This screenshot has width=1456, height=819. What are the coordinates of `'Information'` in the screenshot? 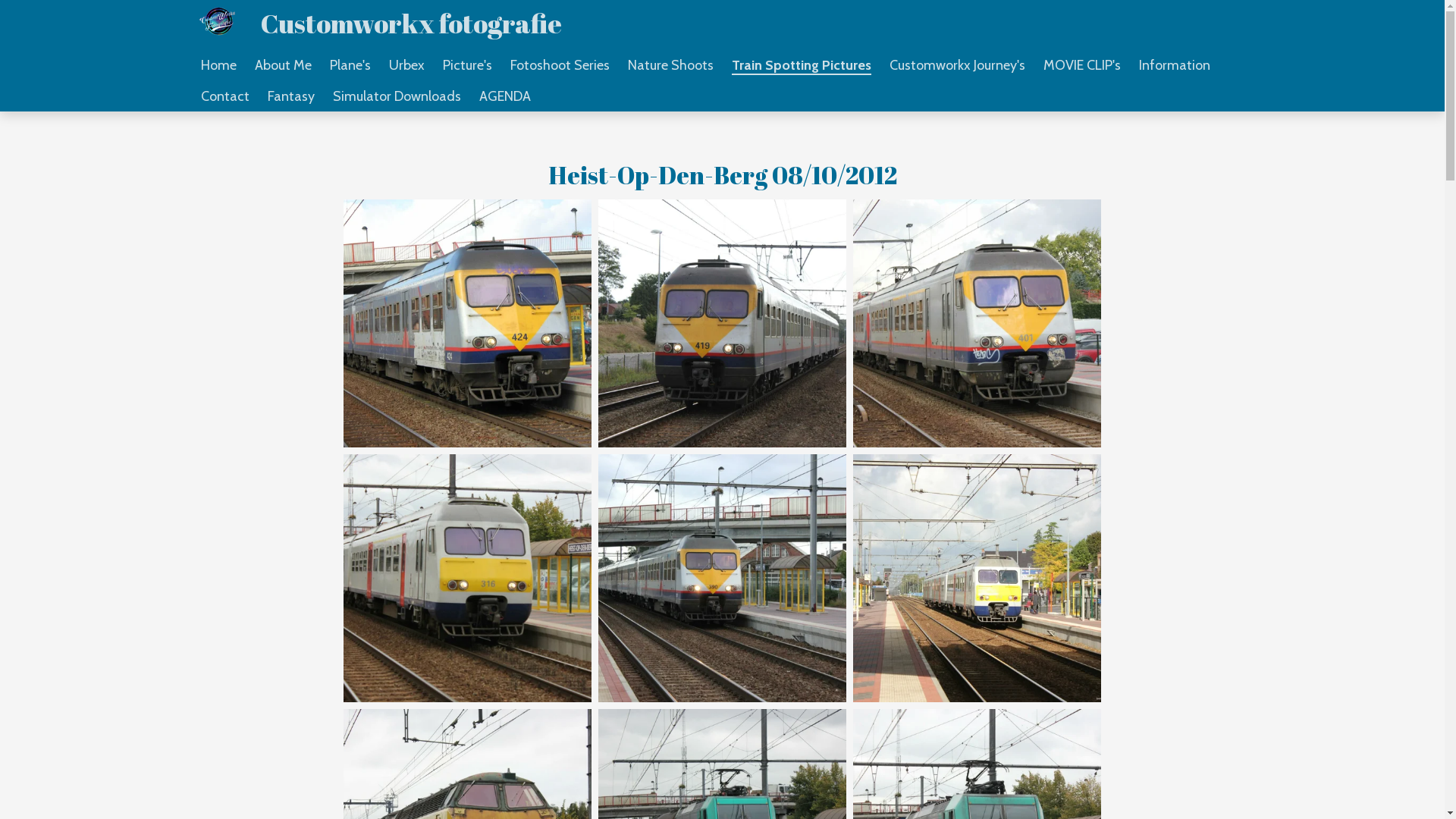 It's located at (1174, 64).